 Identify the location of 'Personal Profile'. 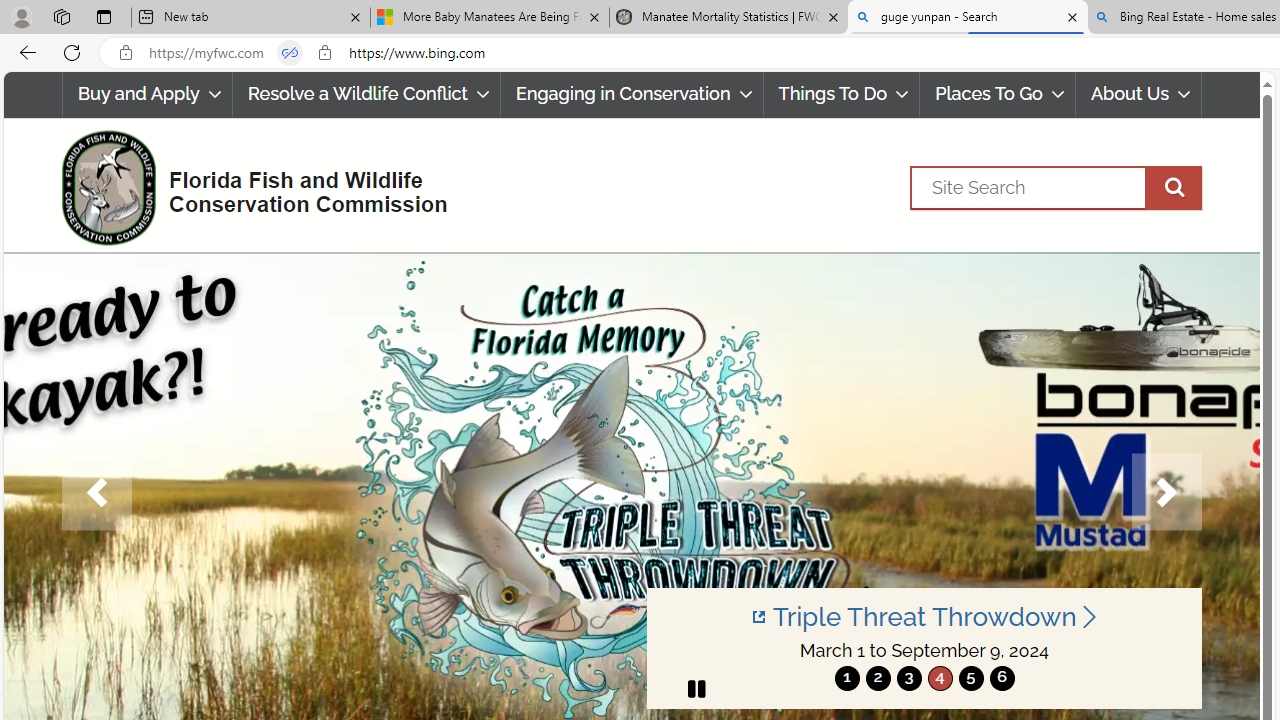
(21, 16).